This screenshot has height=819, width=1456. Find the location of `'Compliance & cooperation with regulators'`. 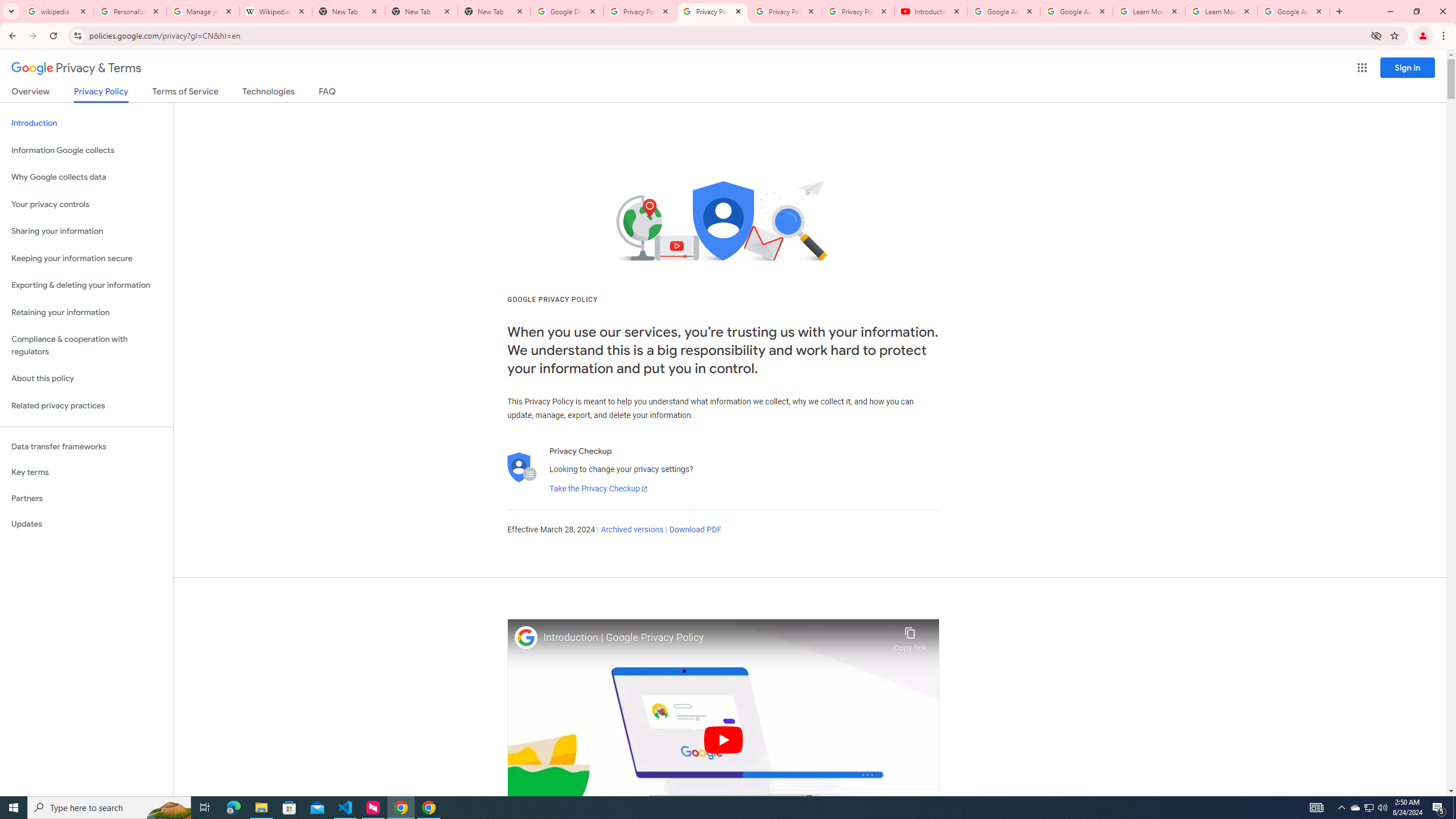

'Compliance & cooperation with regulators' is located at coordinates (86, 346).